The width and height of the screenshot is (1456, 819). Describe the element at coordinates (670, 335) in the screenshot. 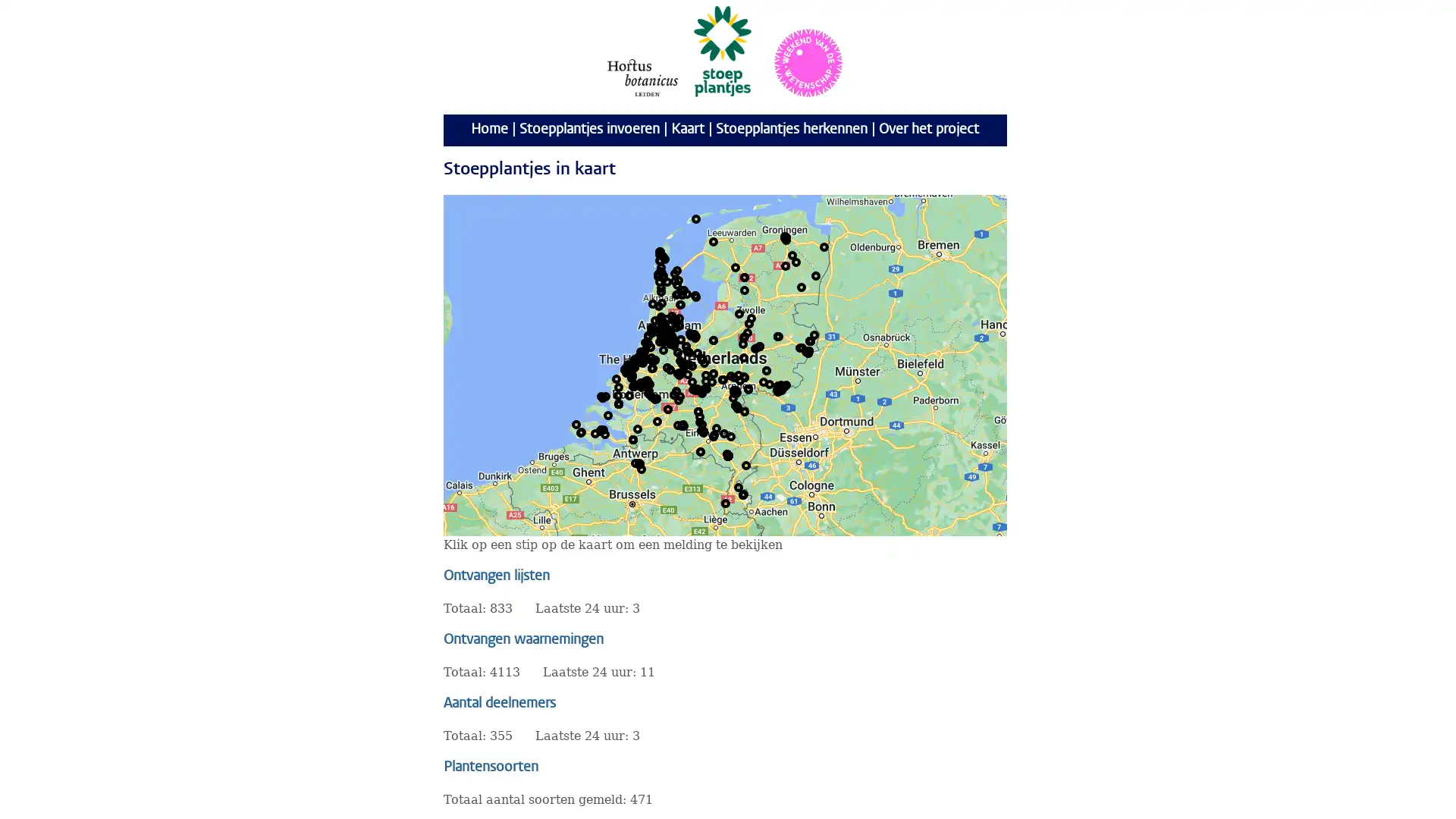

I see `Telling van Merel Kuperus op 17 oktober 2021` at that location.